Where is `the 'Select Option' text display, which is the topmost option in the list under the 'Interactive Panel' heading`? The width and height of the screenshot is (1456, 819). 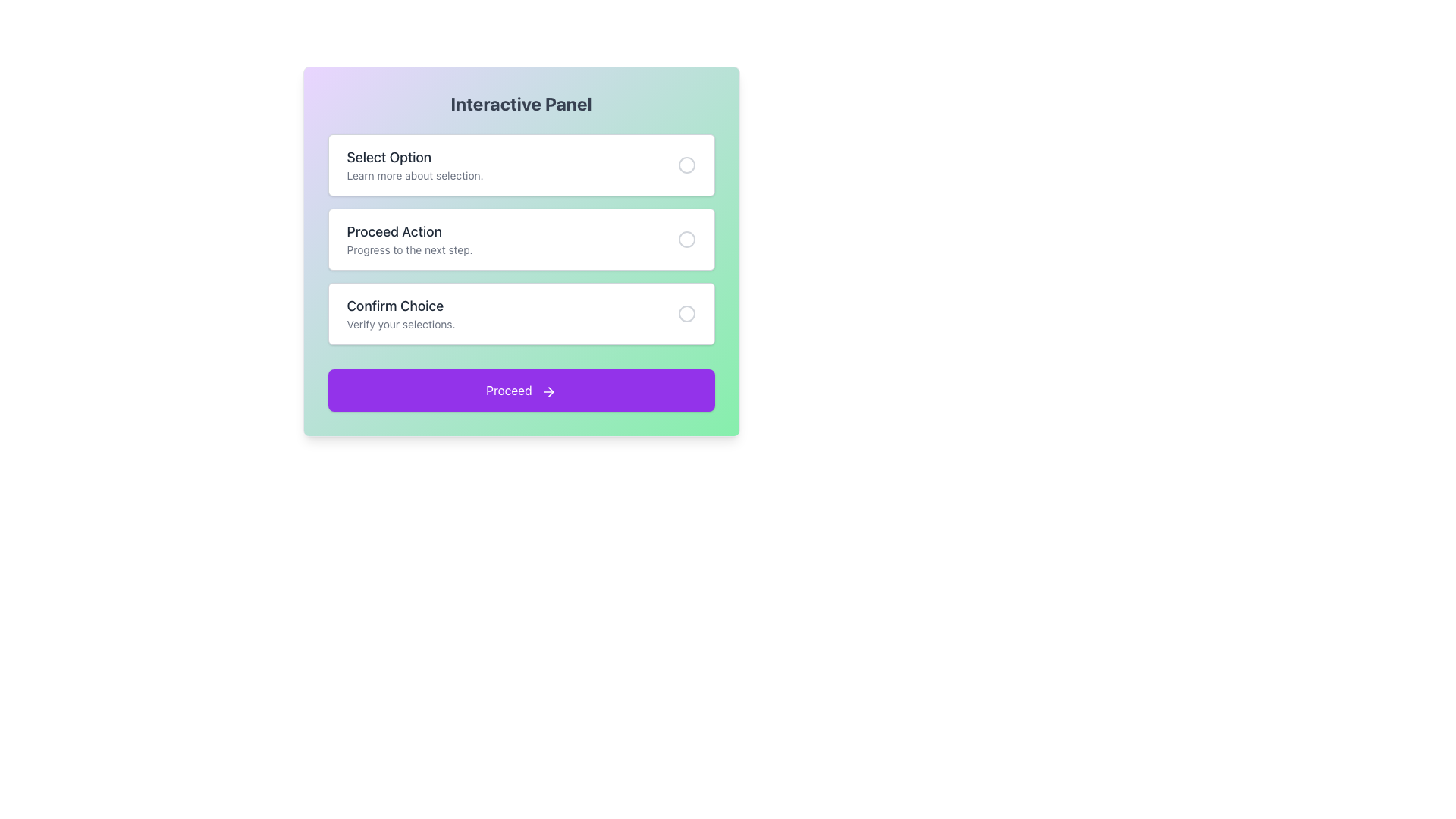
the 'Select Option' text display, which is the topmost option in the list under the 'Interactive Panel' heading is located at coordinates (415, 165).